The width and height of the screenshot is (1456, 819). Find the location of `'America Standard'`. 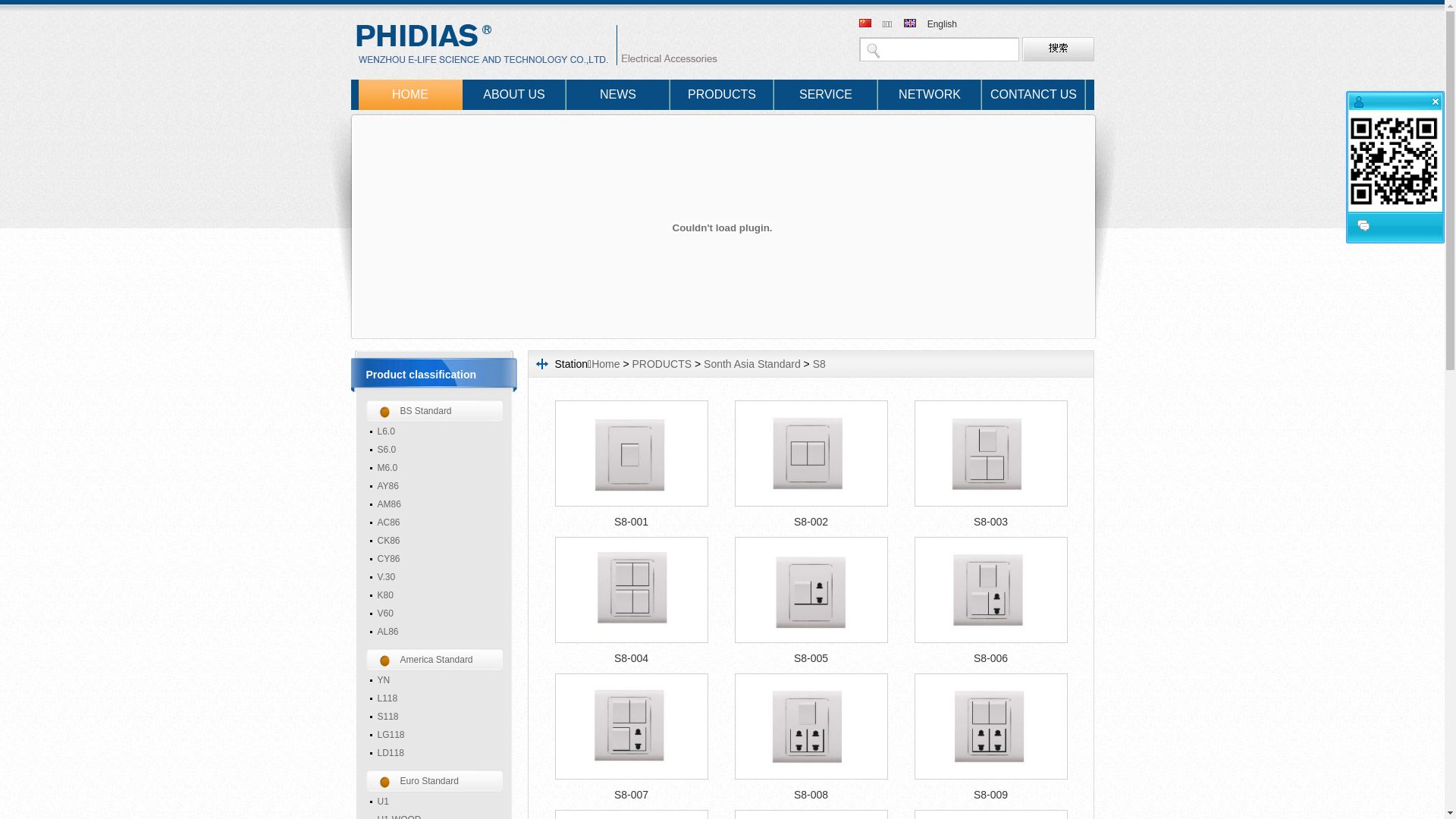

'America Standard' is located at coordinates (432, 659).